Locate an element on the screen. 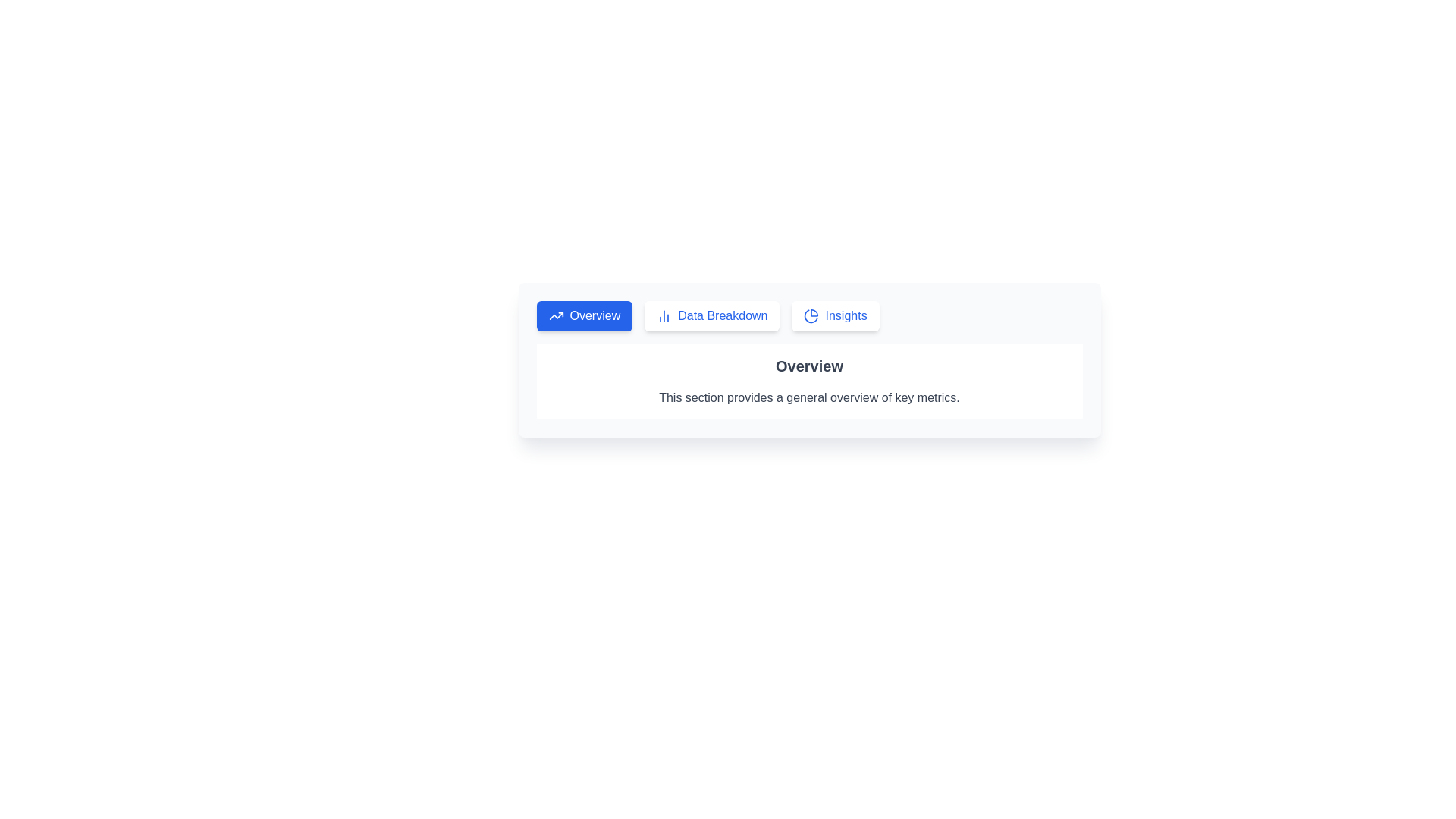 The image size is (1456, 819). the text content to select it is located at coordinates (808, 380).